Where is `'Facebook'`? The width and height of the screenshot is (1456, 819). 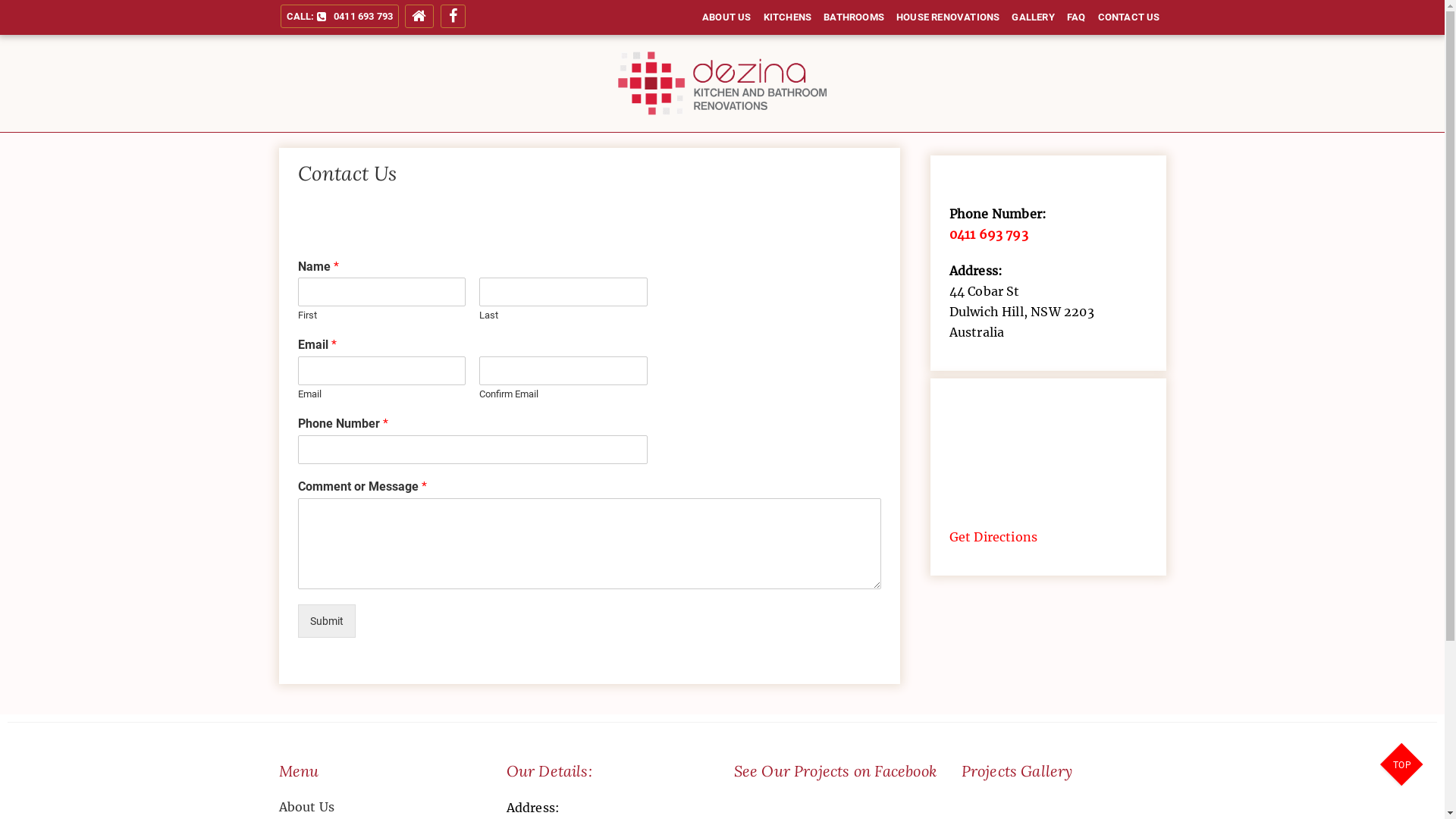
'Facebook' is located at coordinates (452, 16).